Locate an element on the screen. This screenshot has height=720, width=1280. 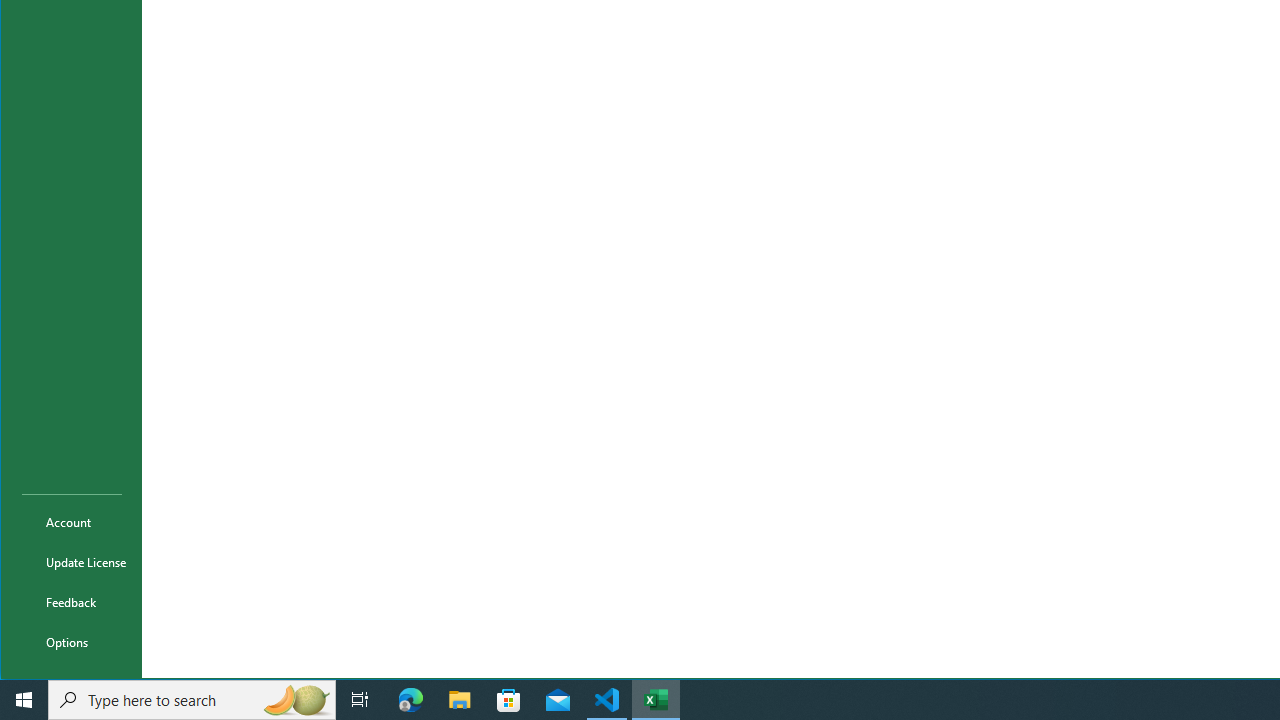
'Search highlights icon opens search home window' is located at coordinates (294, 698).